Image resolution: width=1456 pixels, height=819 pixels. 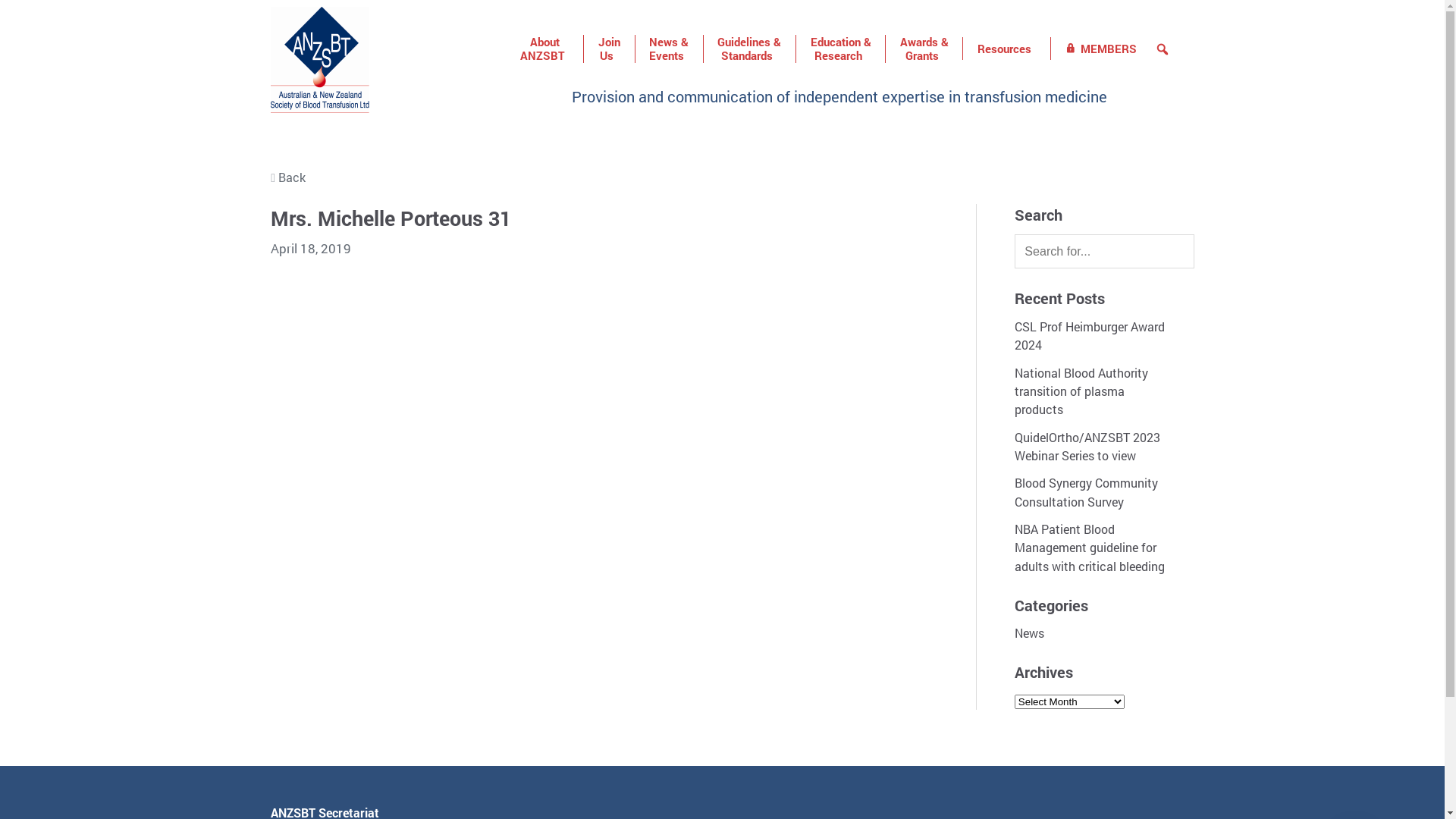 What do you see at coordinates (1101, 48) in the screenshot?
I see `'MEMBERS'` at bounding box center [1101, 48].